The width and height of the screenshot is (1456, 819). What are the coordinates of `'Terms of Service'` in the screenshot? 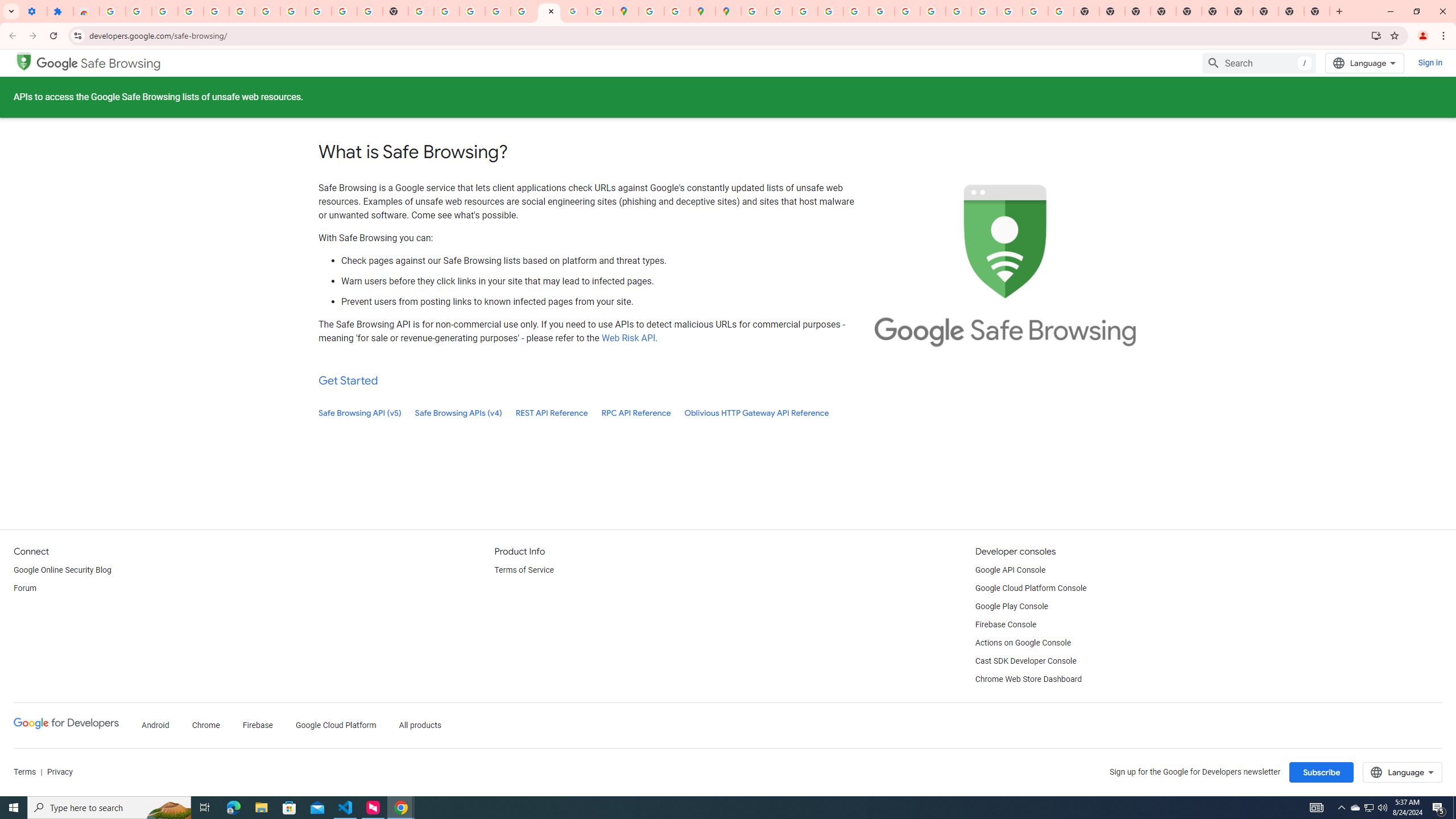 It's located at (523, 570).